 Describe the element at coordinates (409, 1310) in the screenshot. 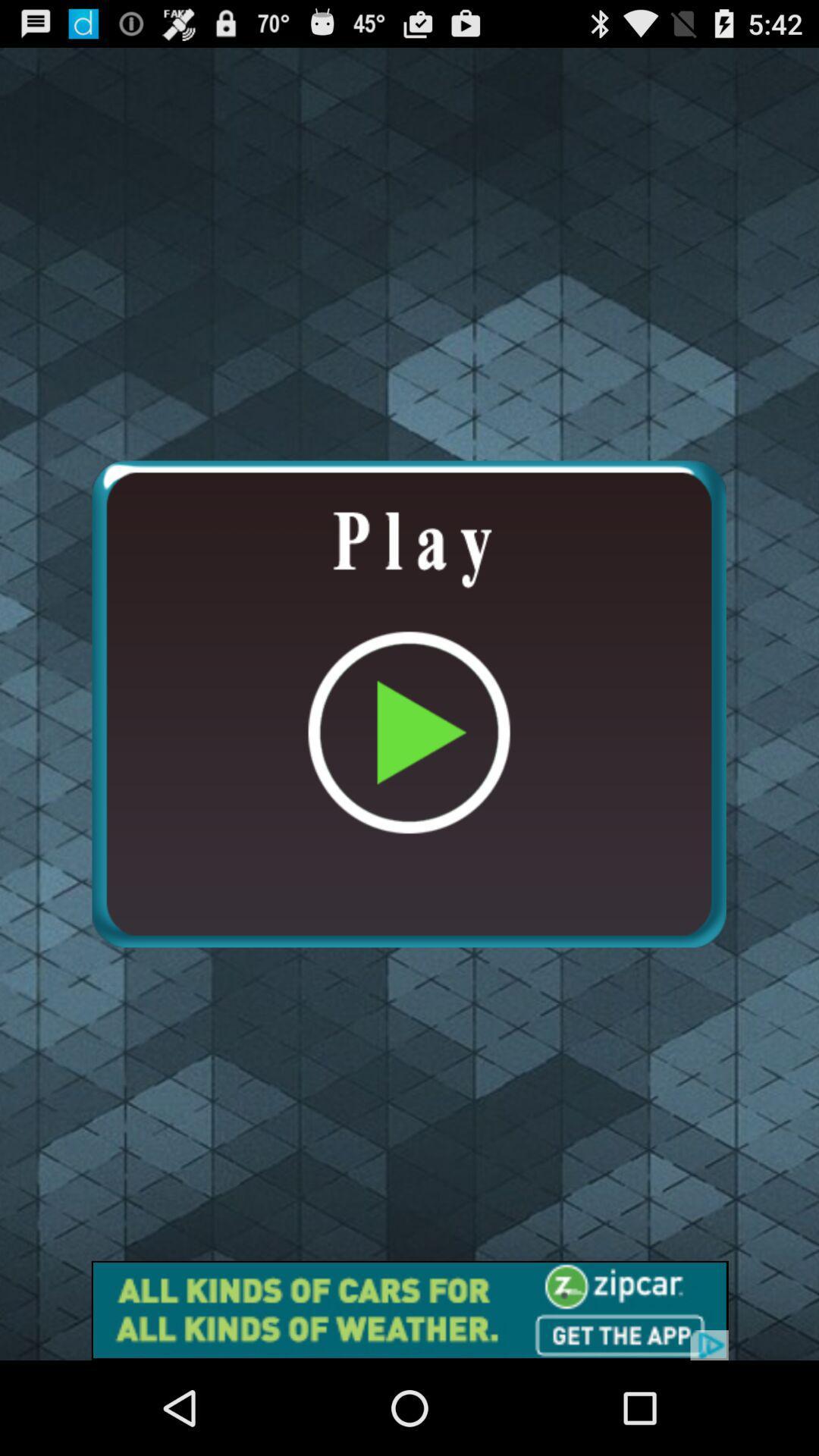

I see `the advertisement page` at that location.